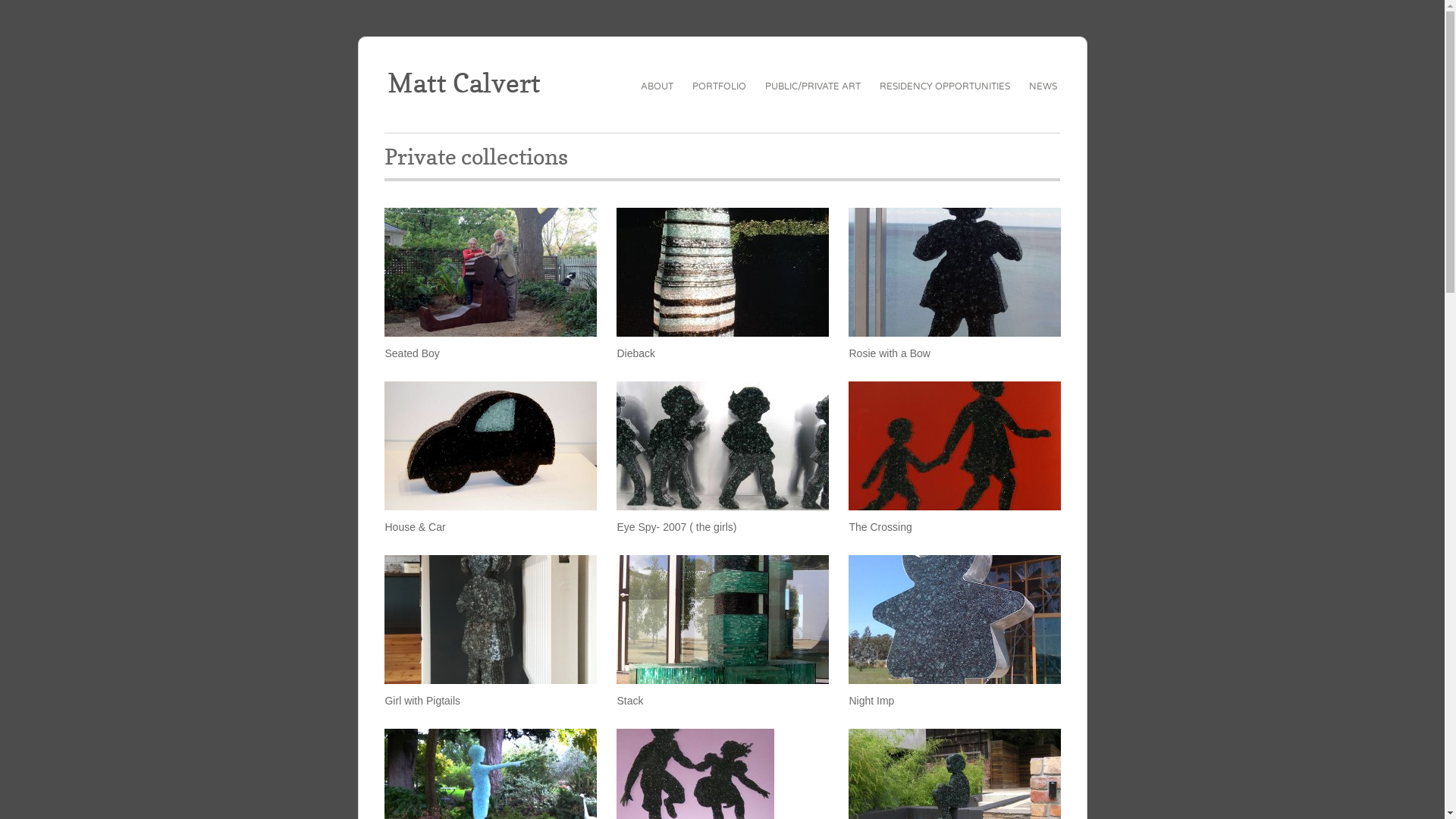 The width and height of the screenshot is (1456, 819). Describe the element at coordinates (722, 444) in the screenshot. I see `'Eye Spy- 2007 ( the girls)'` at that location.